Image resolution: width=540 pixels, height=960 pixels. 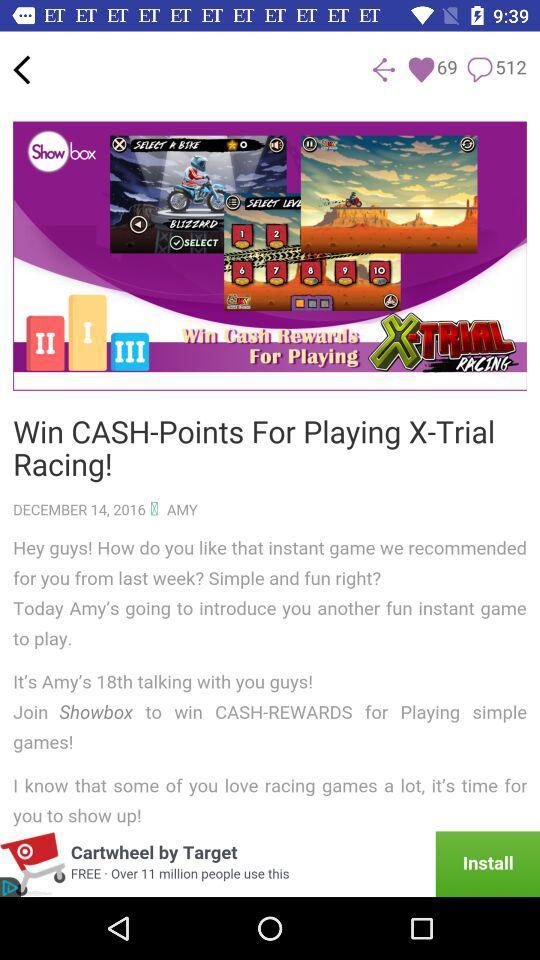 What do you see at coordinates (383, 69) in the screenshot?
I see `the share icon` at bounding box center [383, 69].